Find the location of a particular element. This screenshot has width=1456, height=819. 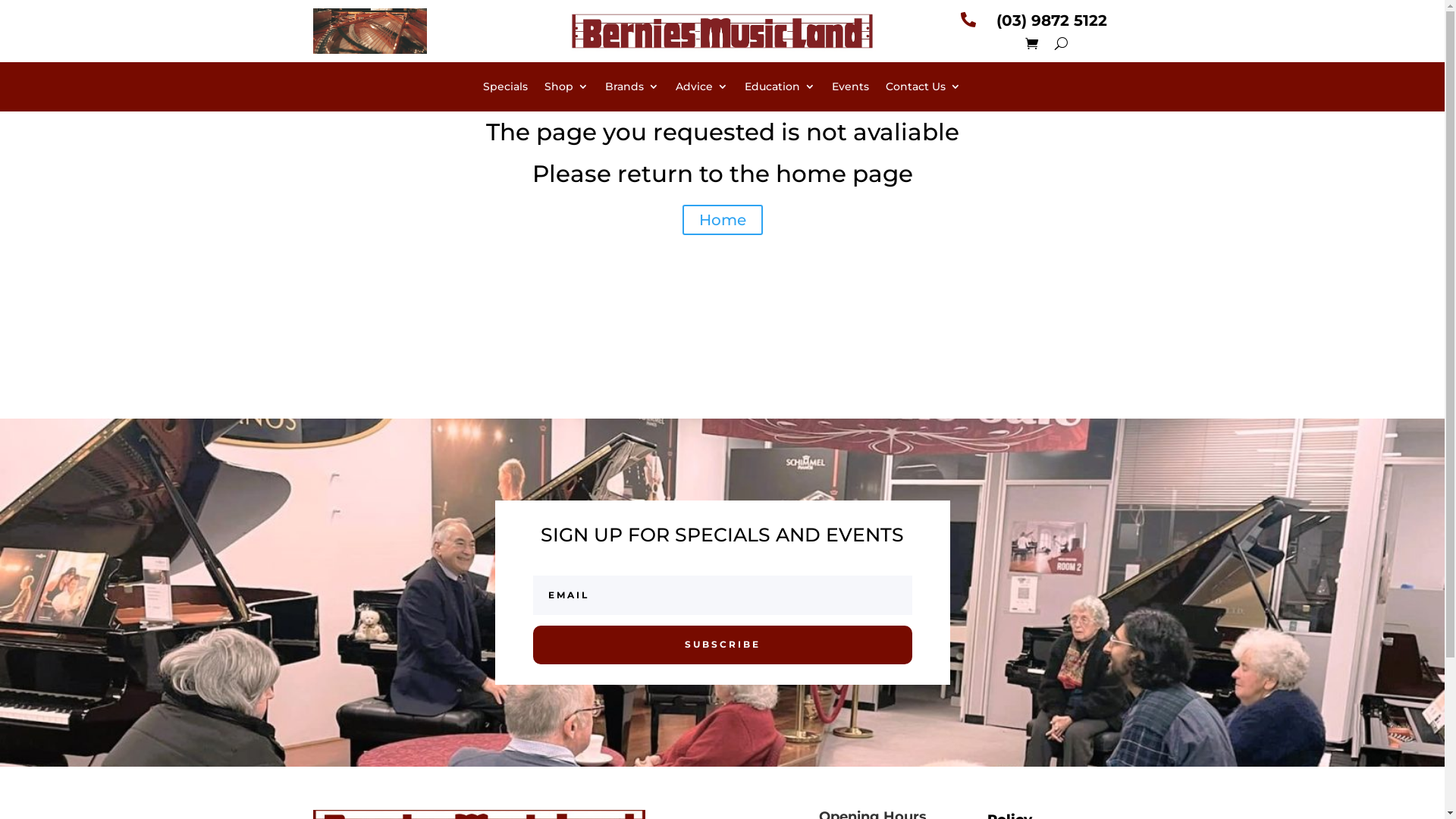

'Specials' is located at coordinates (505, 89).